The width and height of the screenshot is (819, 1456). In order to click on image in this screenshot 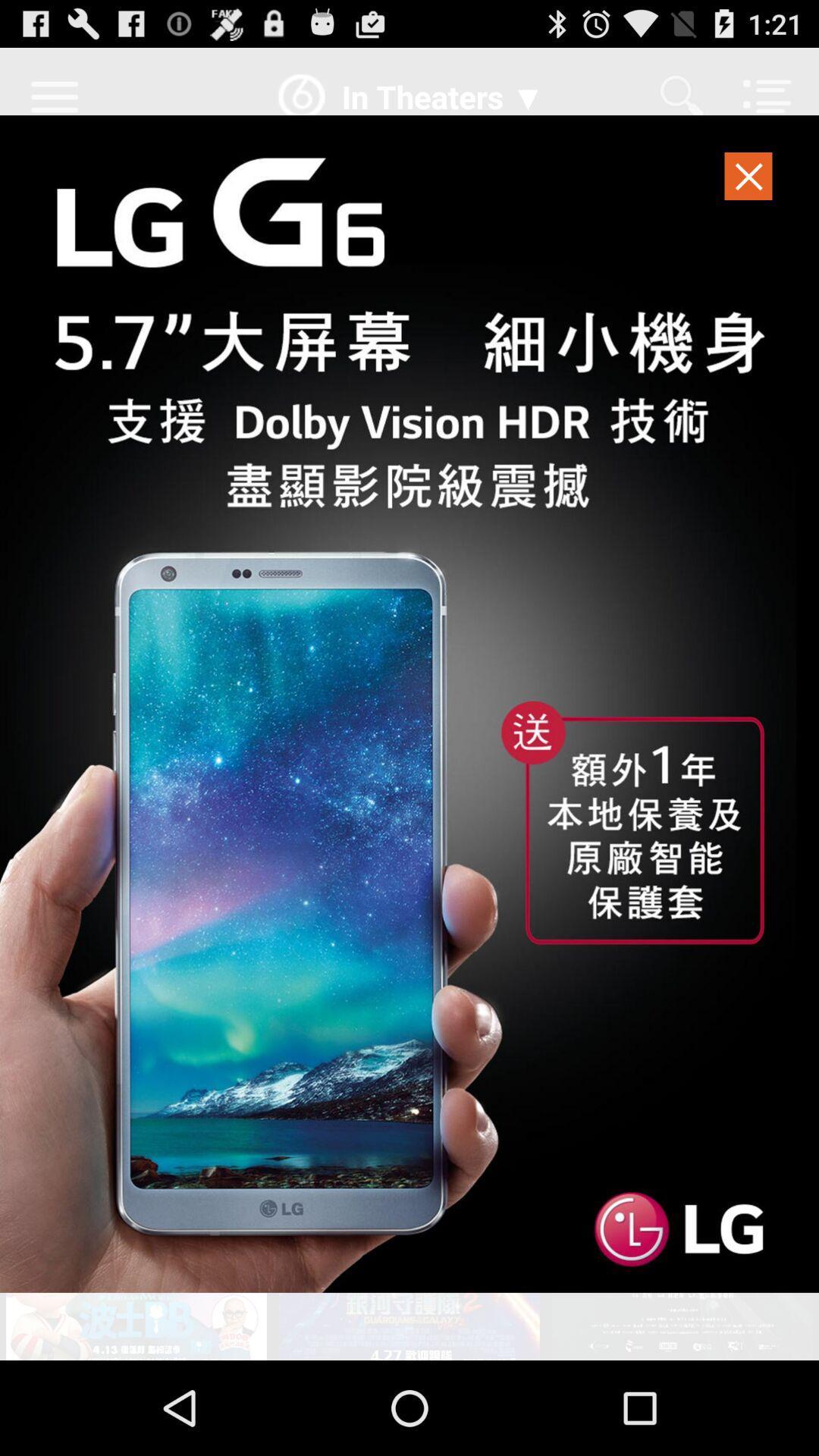, I will do `click(409, 703)`.